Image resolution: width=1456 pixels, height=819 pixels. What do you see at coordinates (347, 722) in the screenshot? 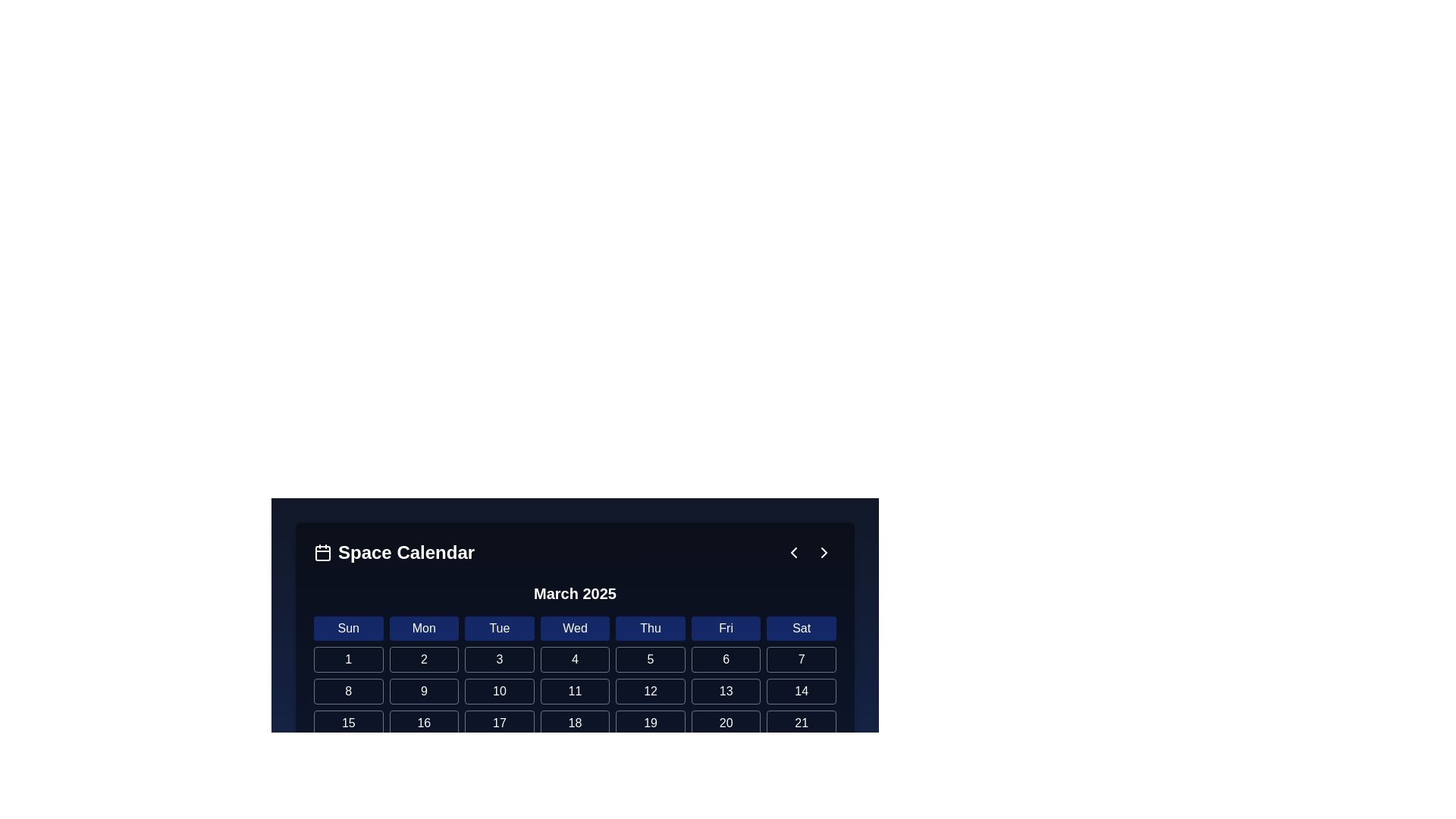
I see `the Calendar Day Box representing the 15th day of the month in the 'Space Calendar' widget` at bounding box center [347, 722].